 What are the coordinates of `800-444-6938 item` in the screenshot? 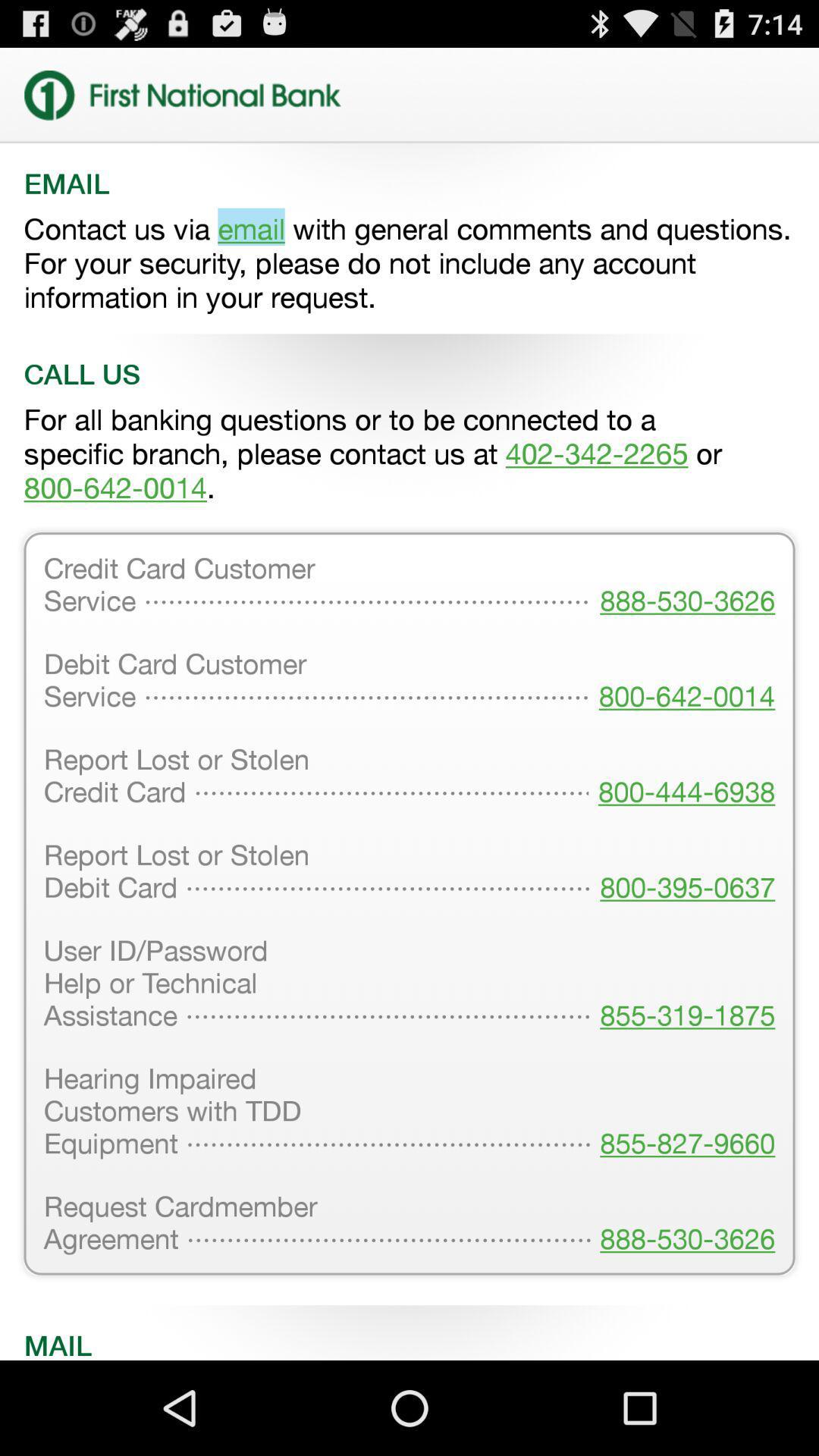 It's located at (681, 777).